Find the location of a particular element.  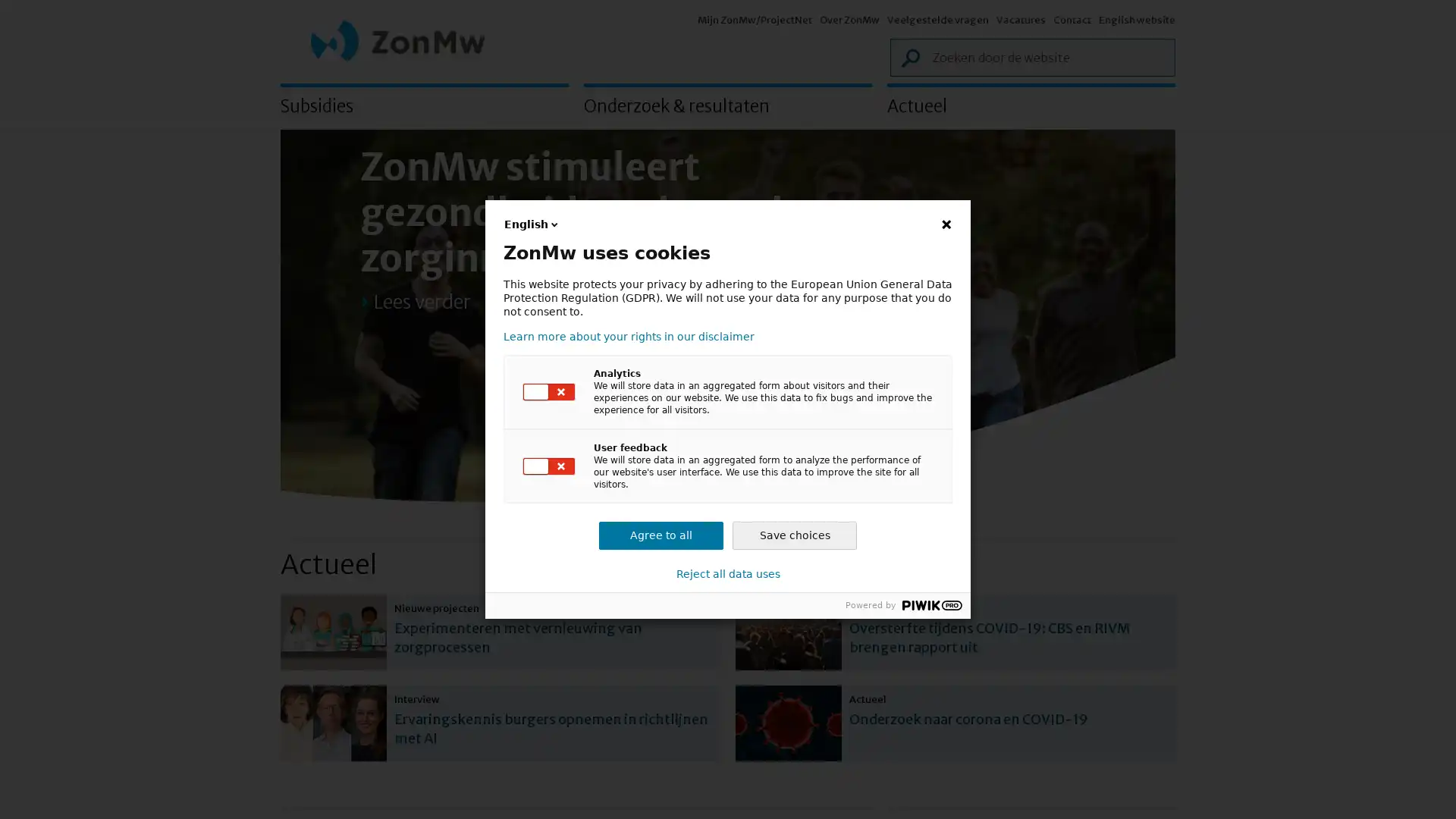

Save choices is located at coordinates (793, 535).